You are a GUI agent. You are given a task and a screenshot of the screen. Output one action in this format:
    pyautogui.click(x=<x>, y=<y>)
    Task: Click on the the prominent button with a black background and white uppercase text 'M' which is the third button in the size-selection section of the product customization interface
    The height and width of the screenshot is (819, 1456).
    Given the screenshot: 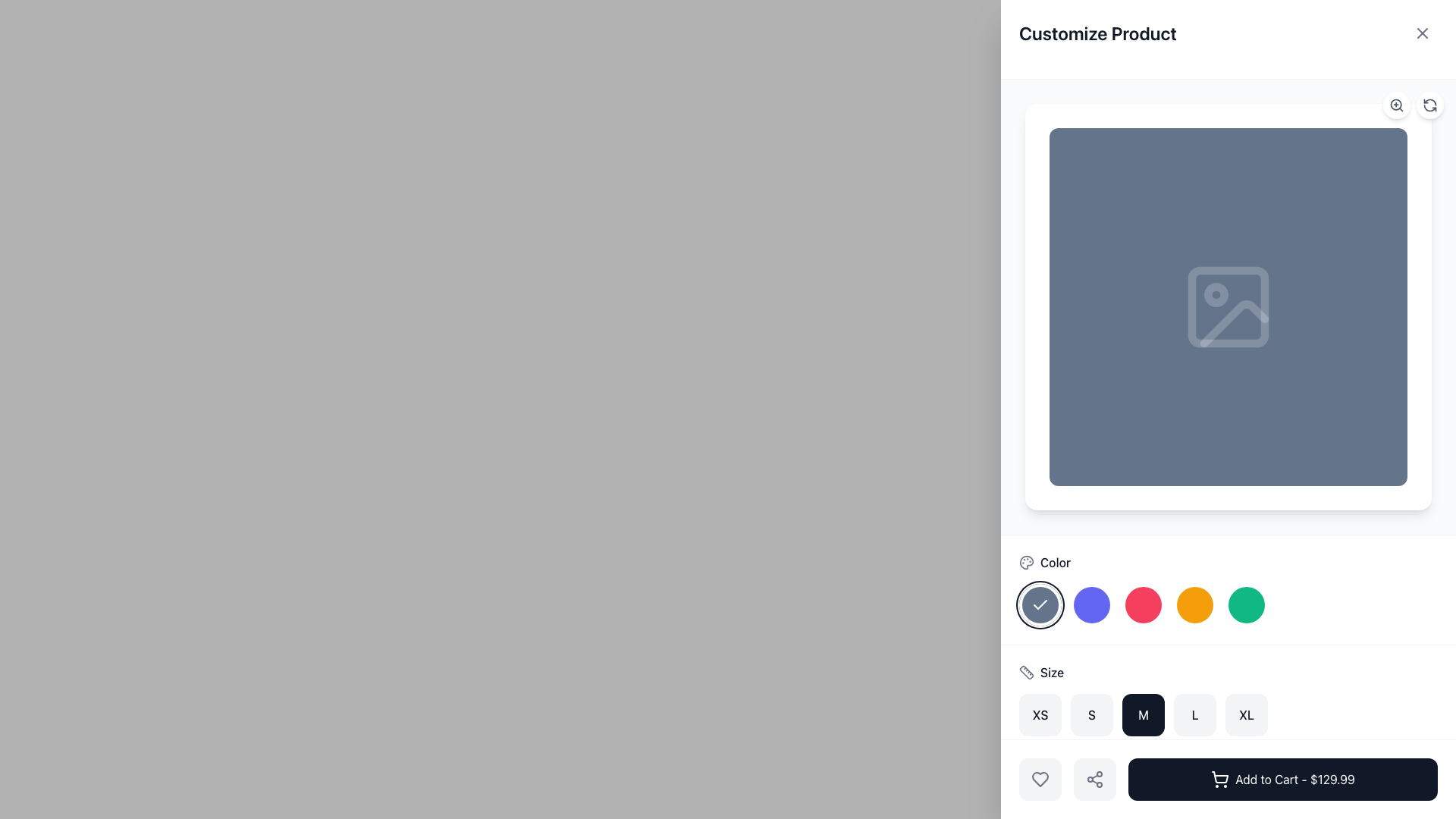 What is the action you would take?
    pyautogui.click(x=1143, y=714)
    